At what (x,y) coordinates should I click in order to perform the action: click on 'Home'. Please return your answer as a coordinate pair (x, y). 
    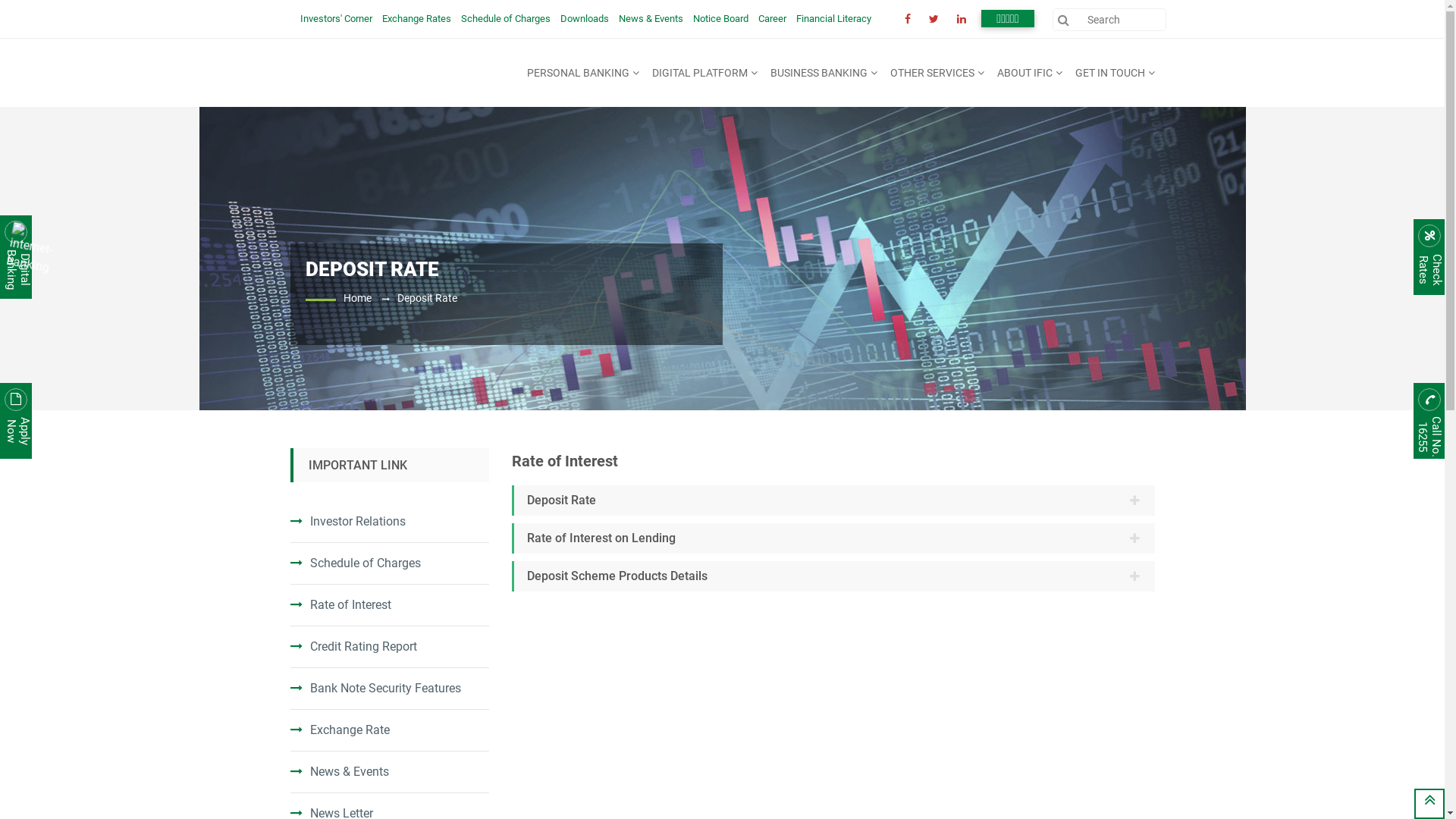
    Looking at the image, I should click on (356, 298).